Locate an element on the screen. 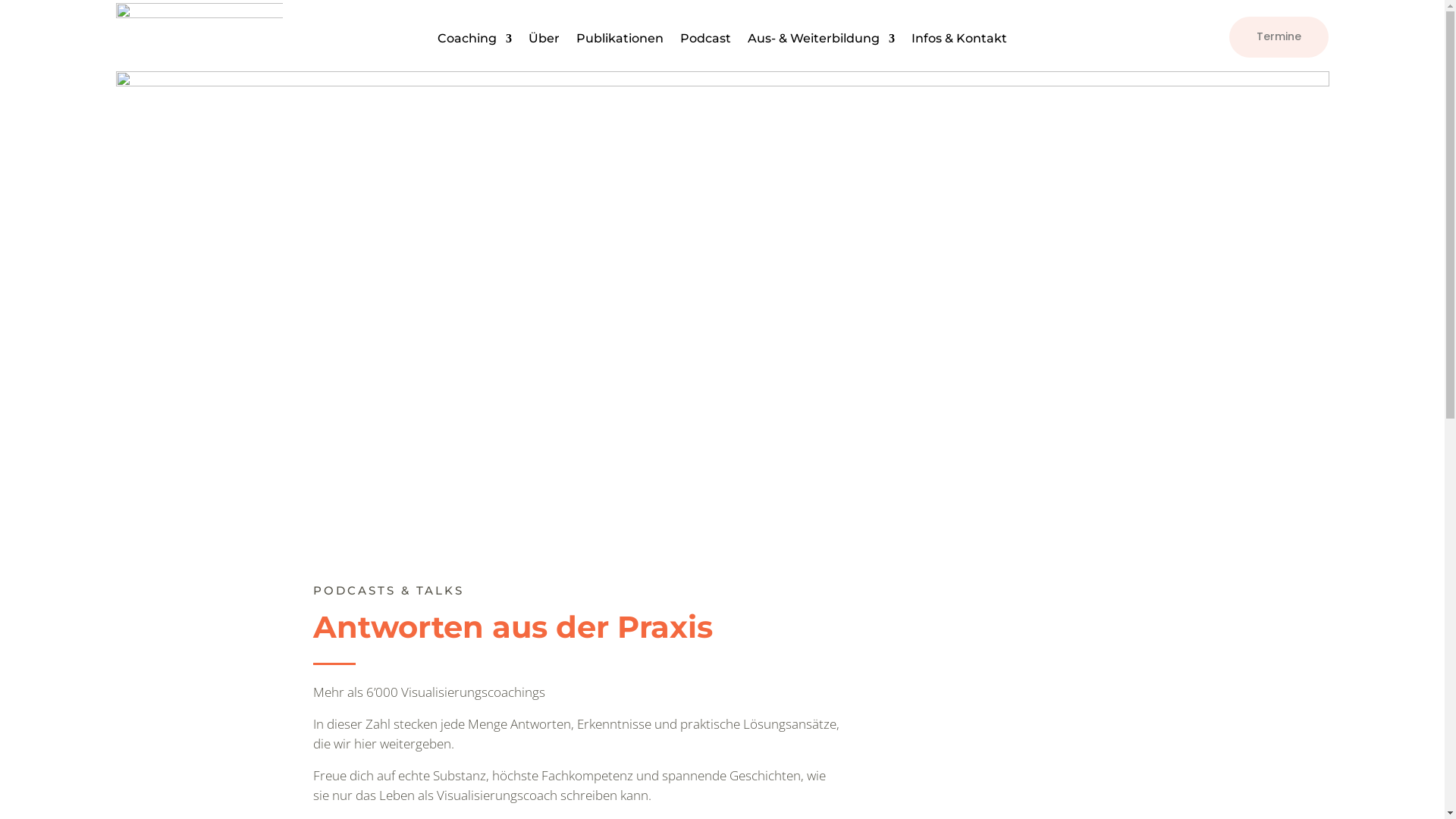 This screenshot has height=819, width=1456. 'Infos & Kontakt' is located at coordinates (959, 40).